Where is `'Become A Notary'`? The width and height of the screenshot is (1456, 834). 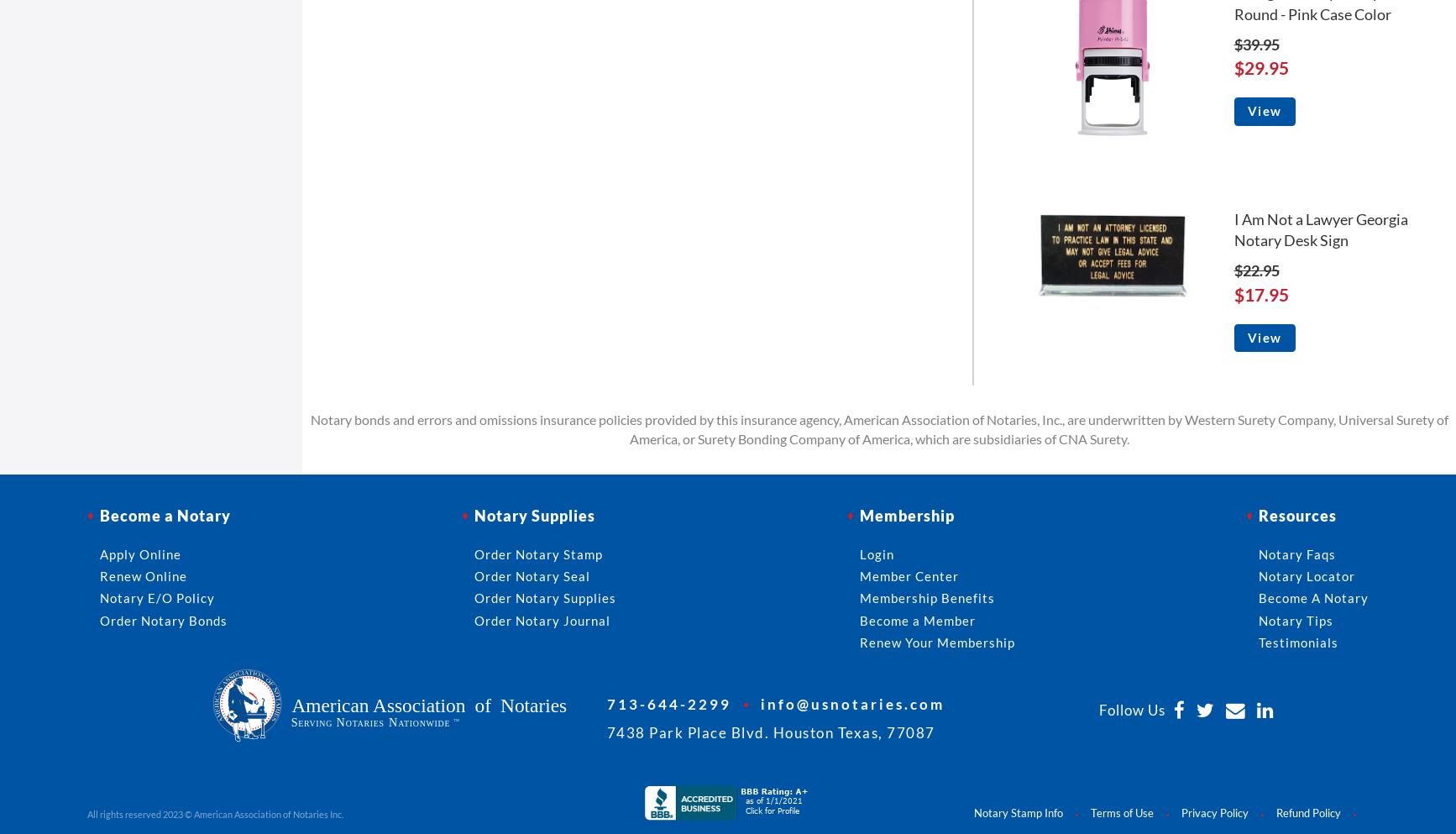 'Become A Notary' is located at coordinates (1312, 596).